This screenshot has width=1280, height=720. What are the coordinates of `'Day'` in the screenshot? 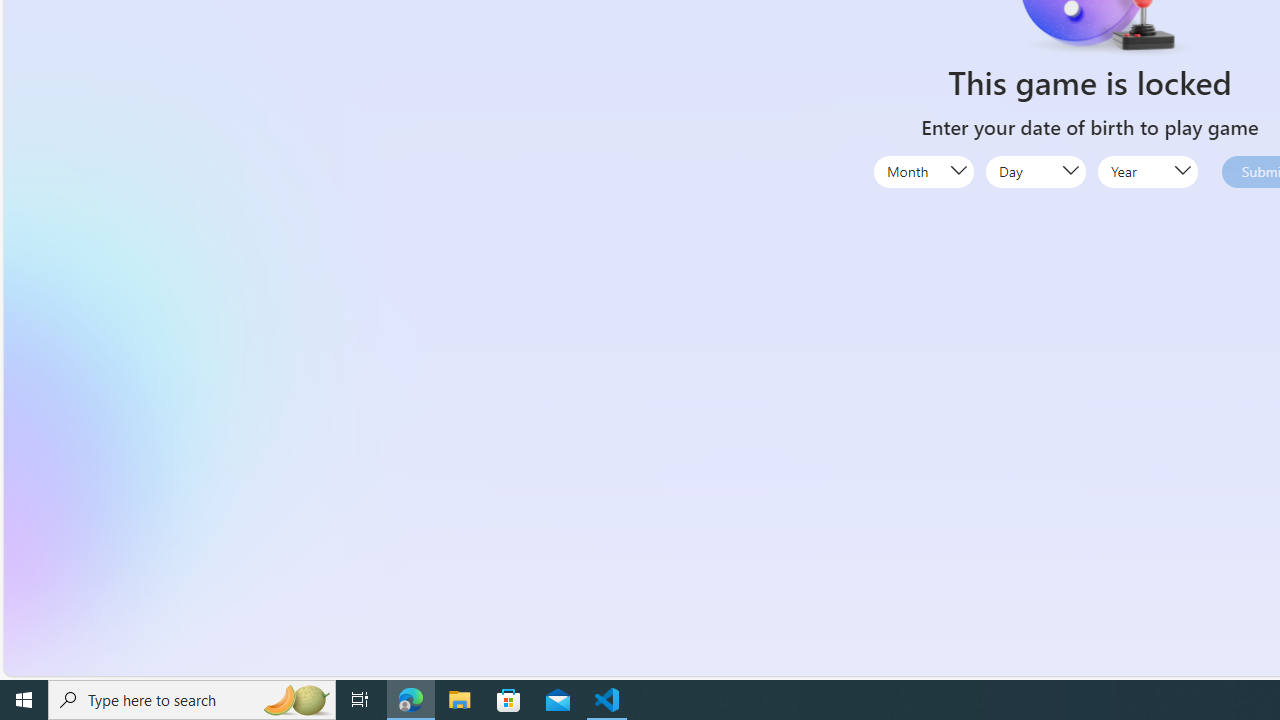 It's located at (1035, 170).